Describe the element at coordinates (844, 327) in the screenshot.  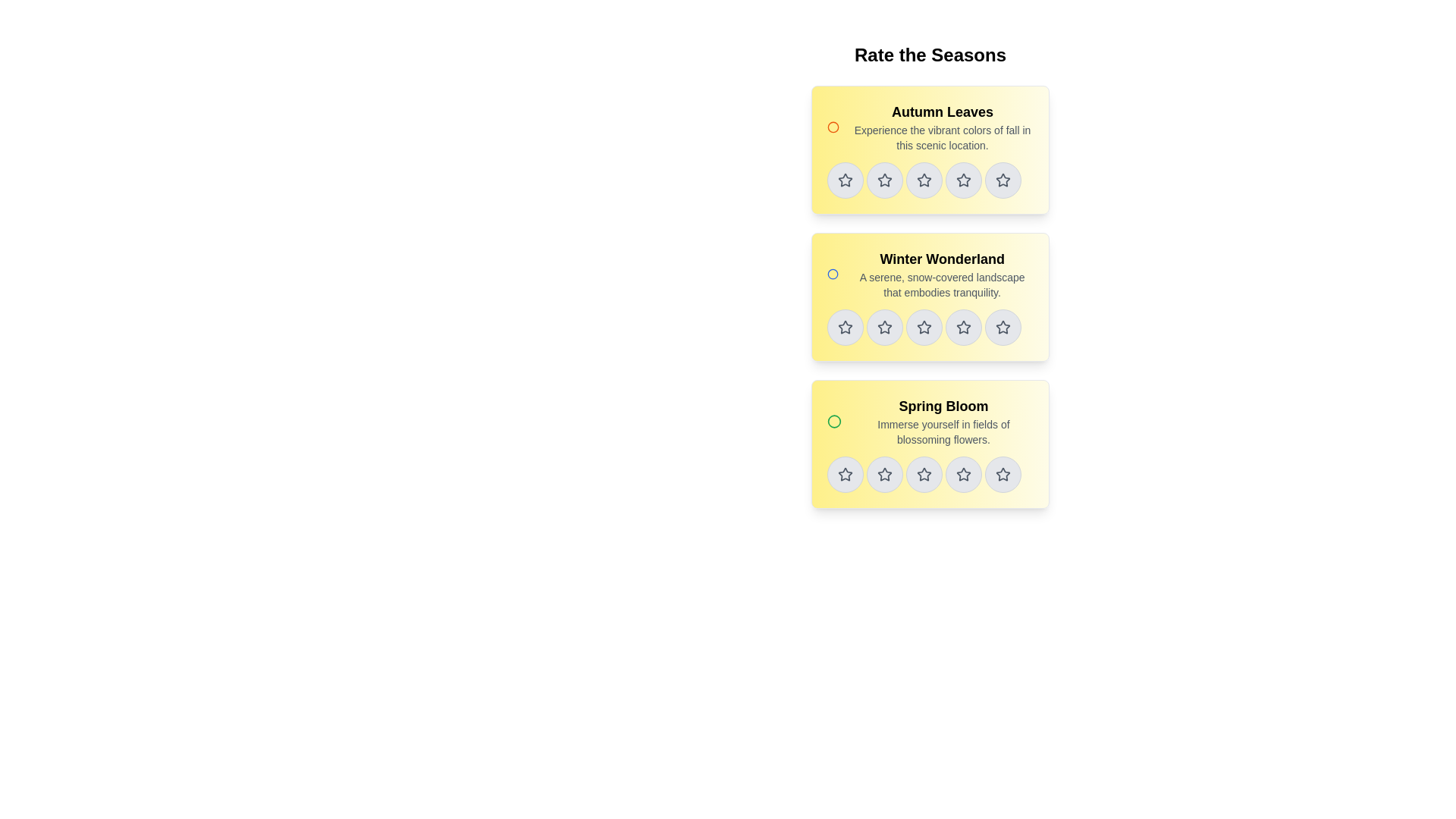
I see `the first rating star icon in the 'Winter Wonderland' section` at that location.